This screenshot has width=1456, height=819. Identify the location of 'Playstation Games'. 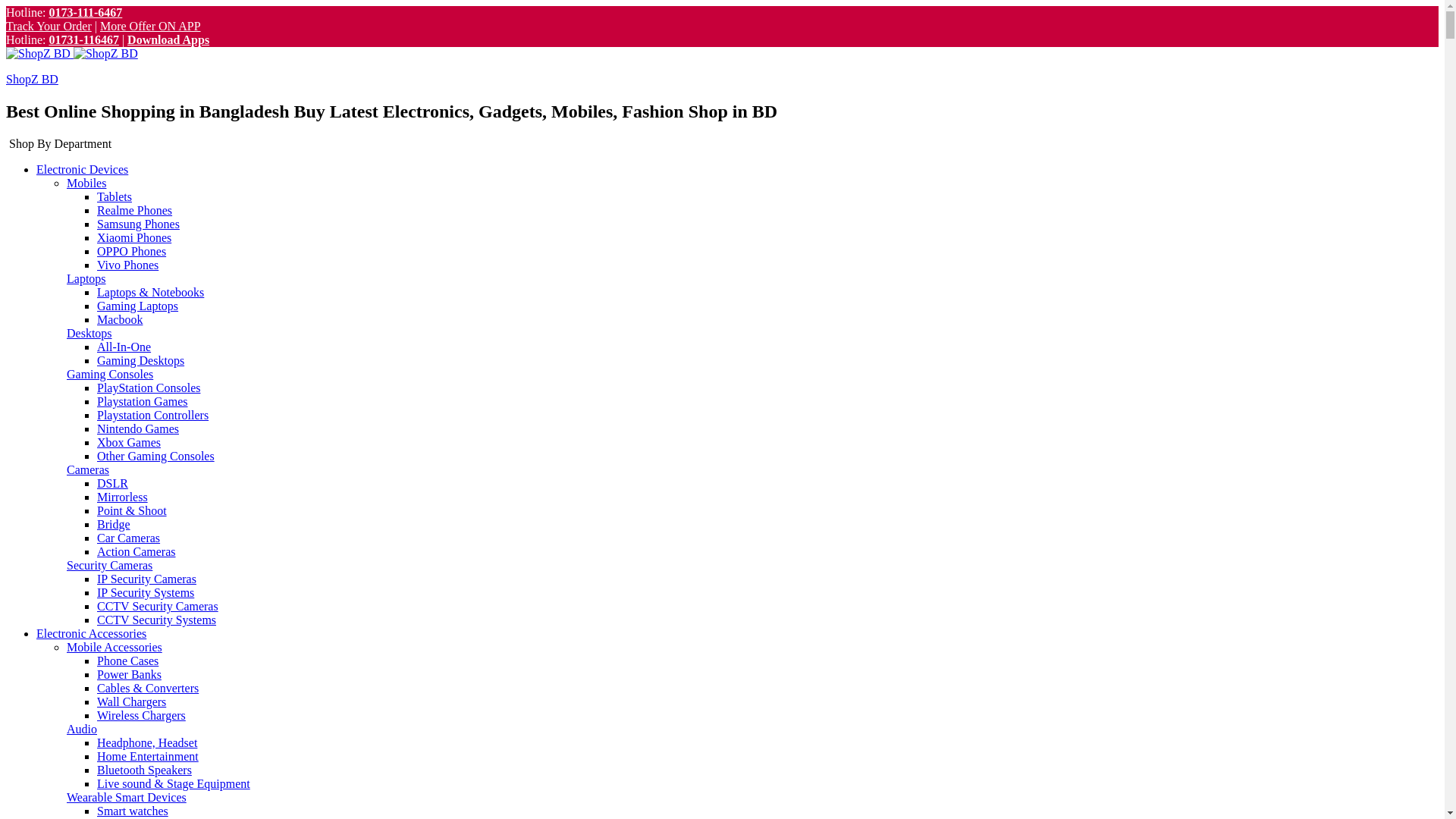
(142, 400).